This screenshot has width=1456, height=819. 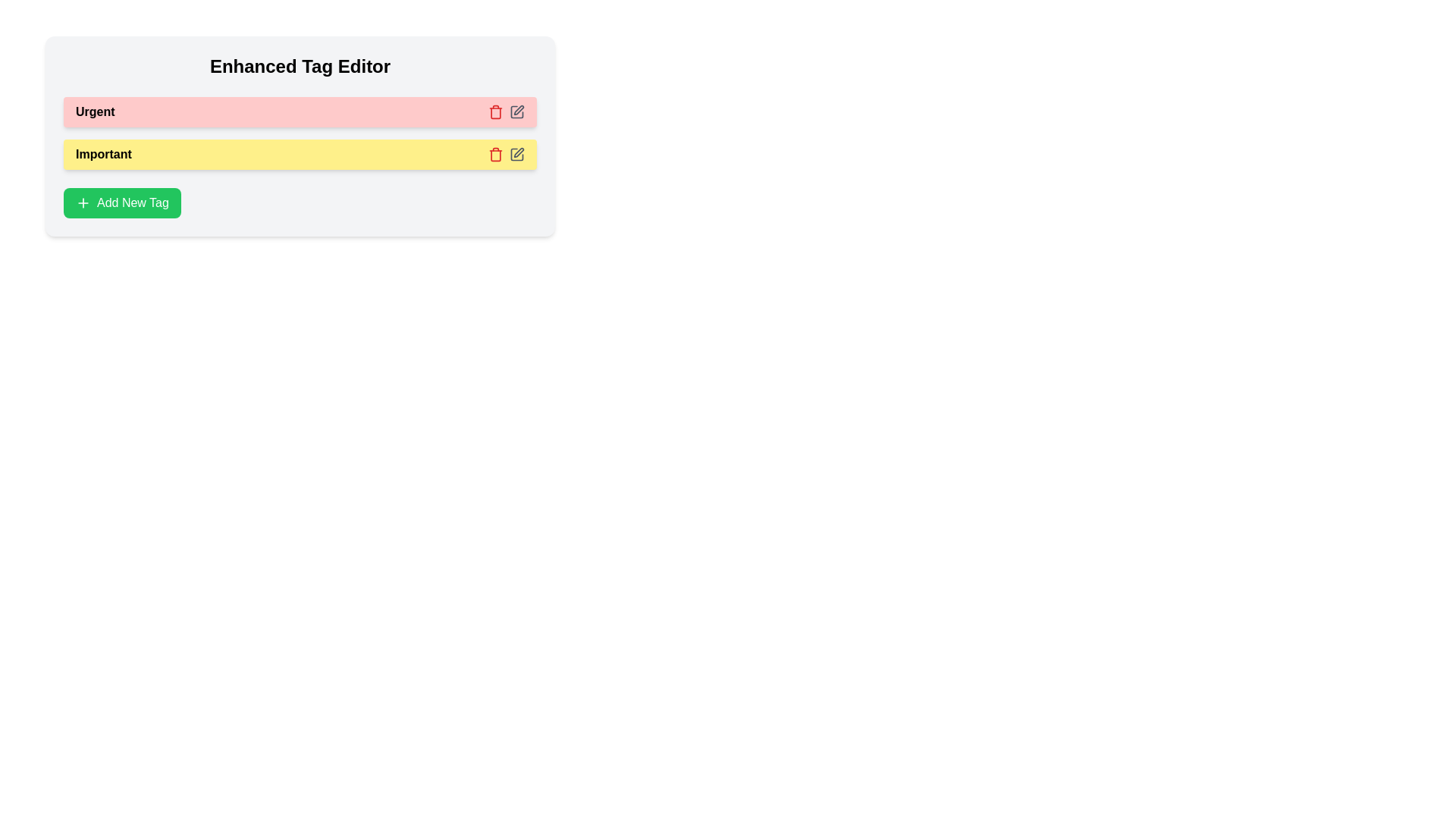 I want to click on the 'Urgent' text label located in the topmost red bar, which conveys a sense of urgency and is positioned to the left adjacent to icons, so click(x=94, y=111).